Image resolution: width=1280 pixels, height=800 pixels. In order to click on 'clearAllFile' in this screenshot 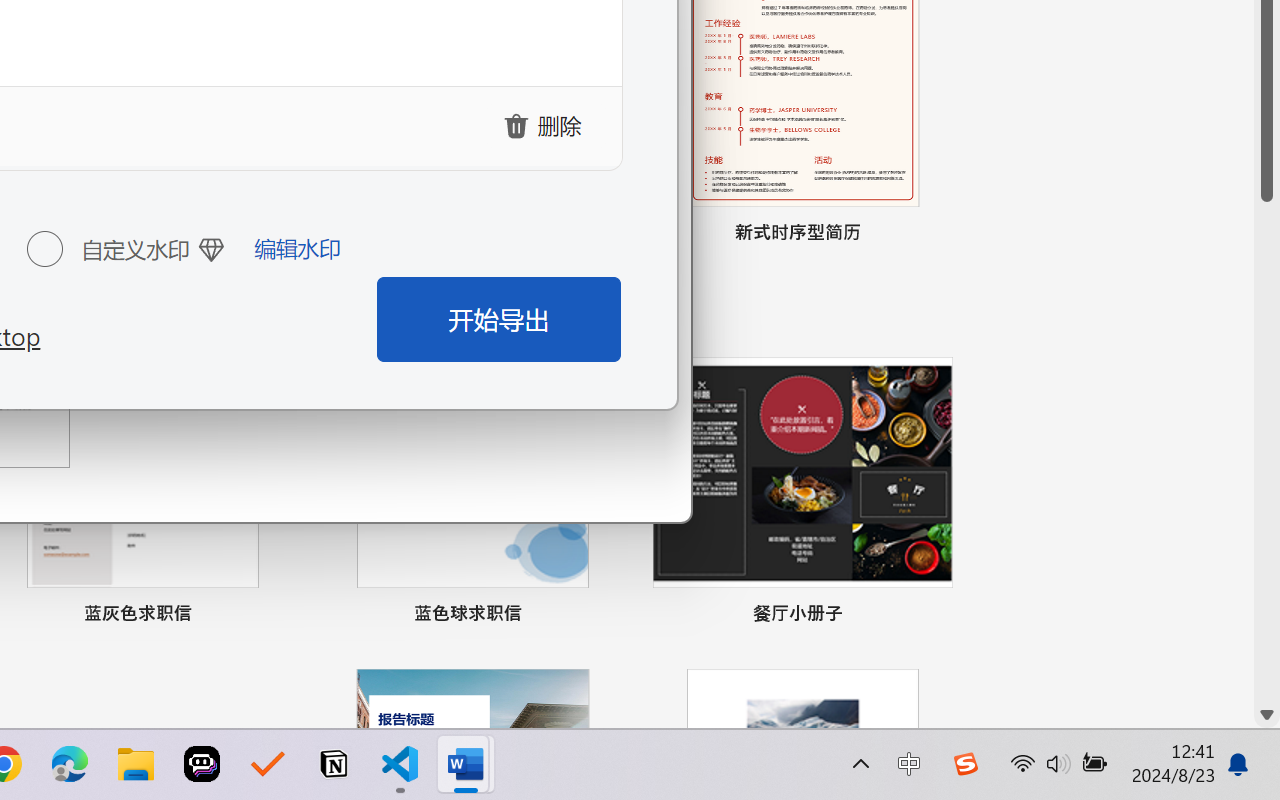, I will do `click(545, 124)`.